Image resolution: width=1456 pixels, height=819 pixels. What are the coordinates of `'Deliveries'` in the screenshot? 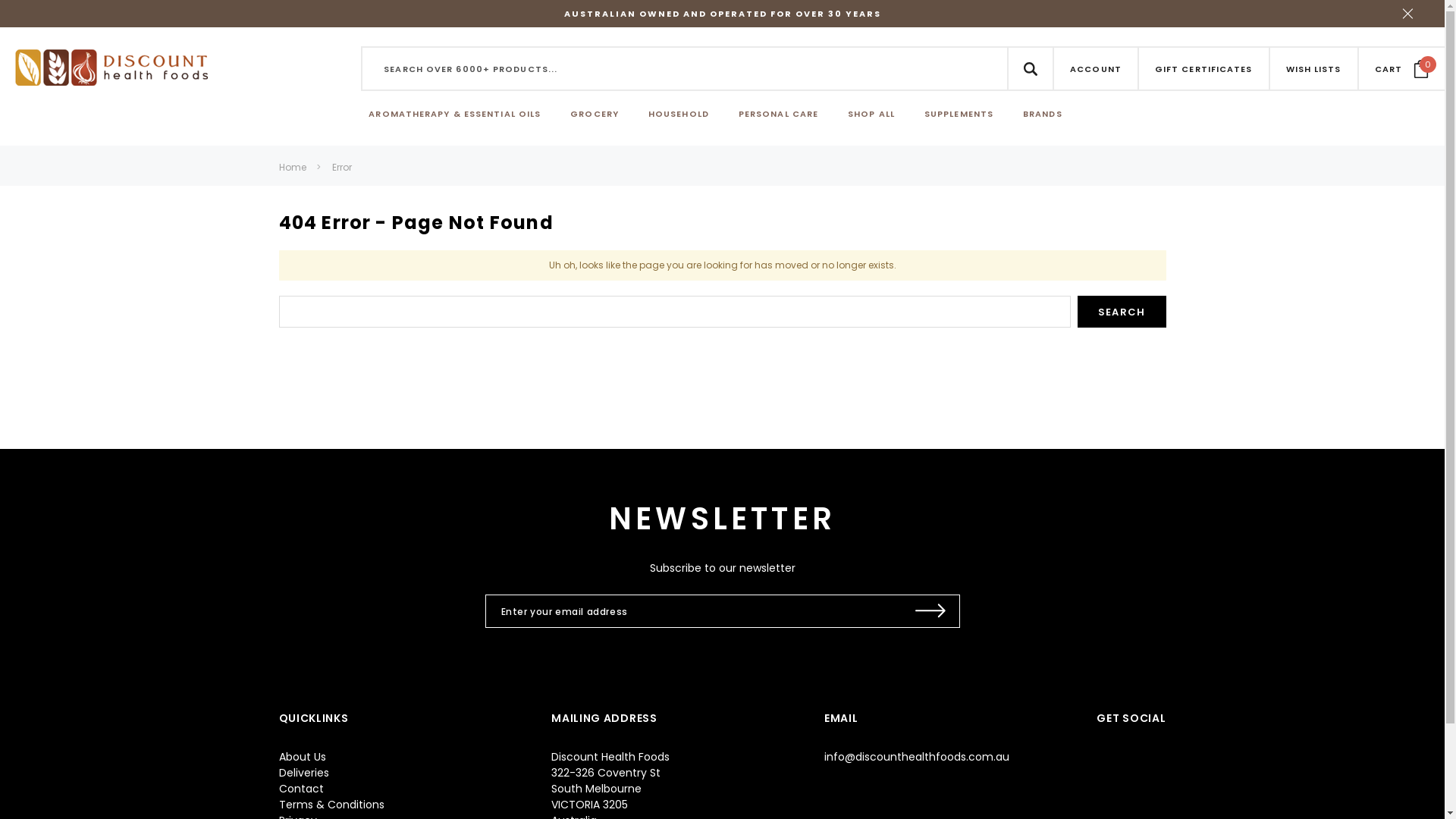 It's located at (303, 772).